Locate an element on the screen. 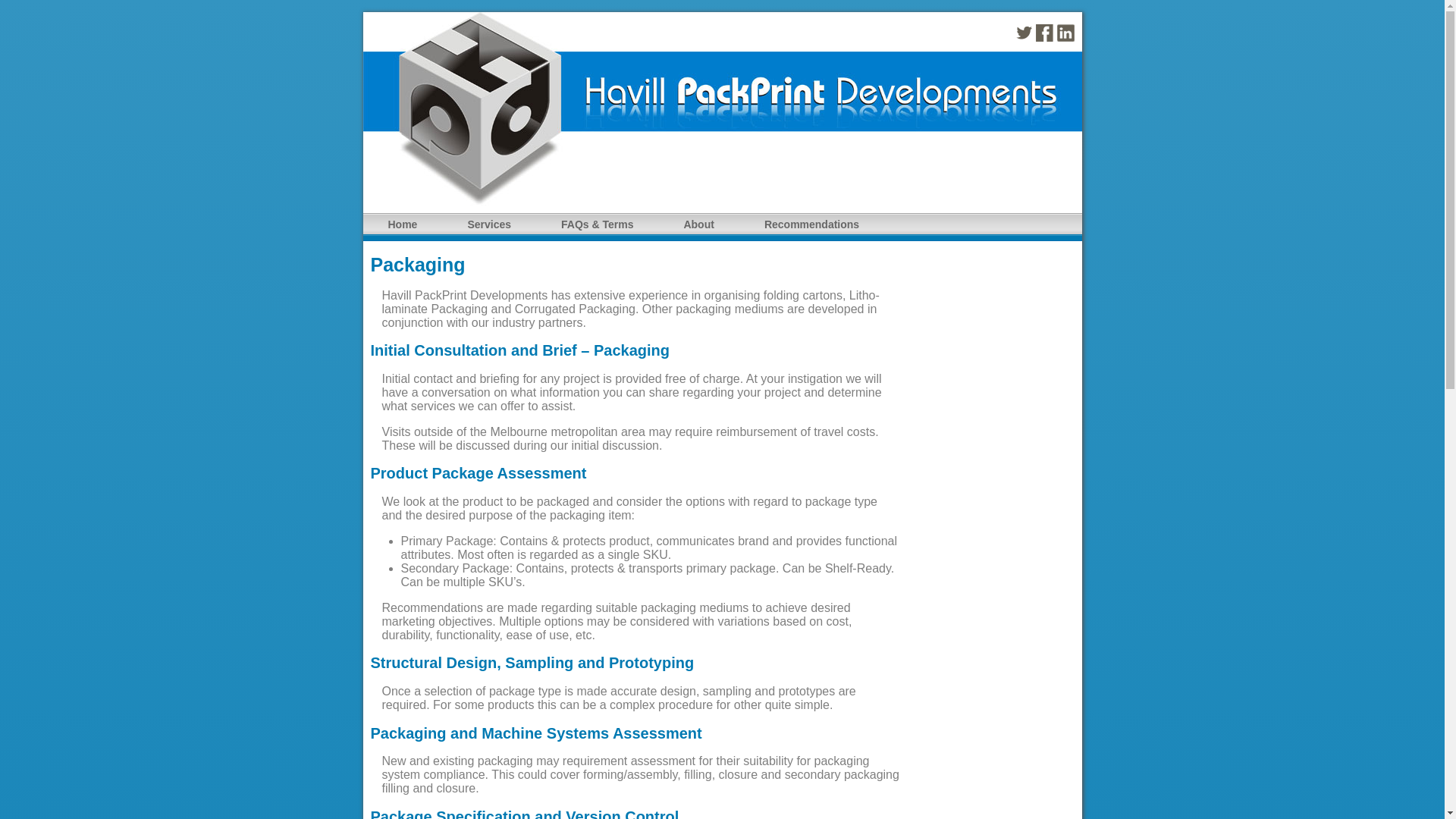 The height and width of the screenshot is (819, 1456). 'Recommendations' is located at coordinates (811, 224).